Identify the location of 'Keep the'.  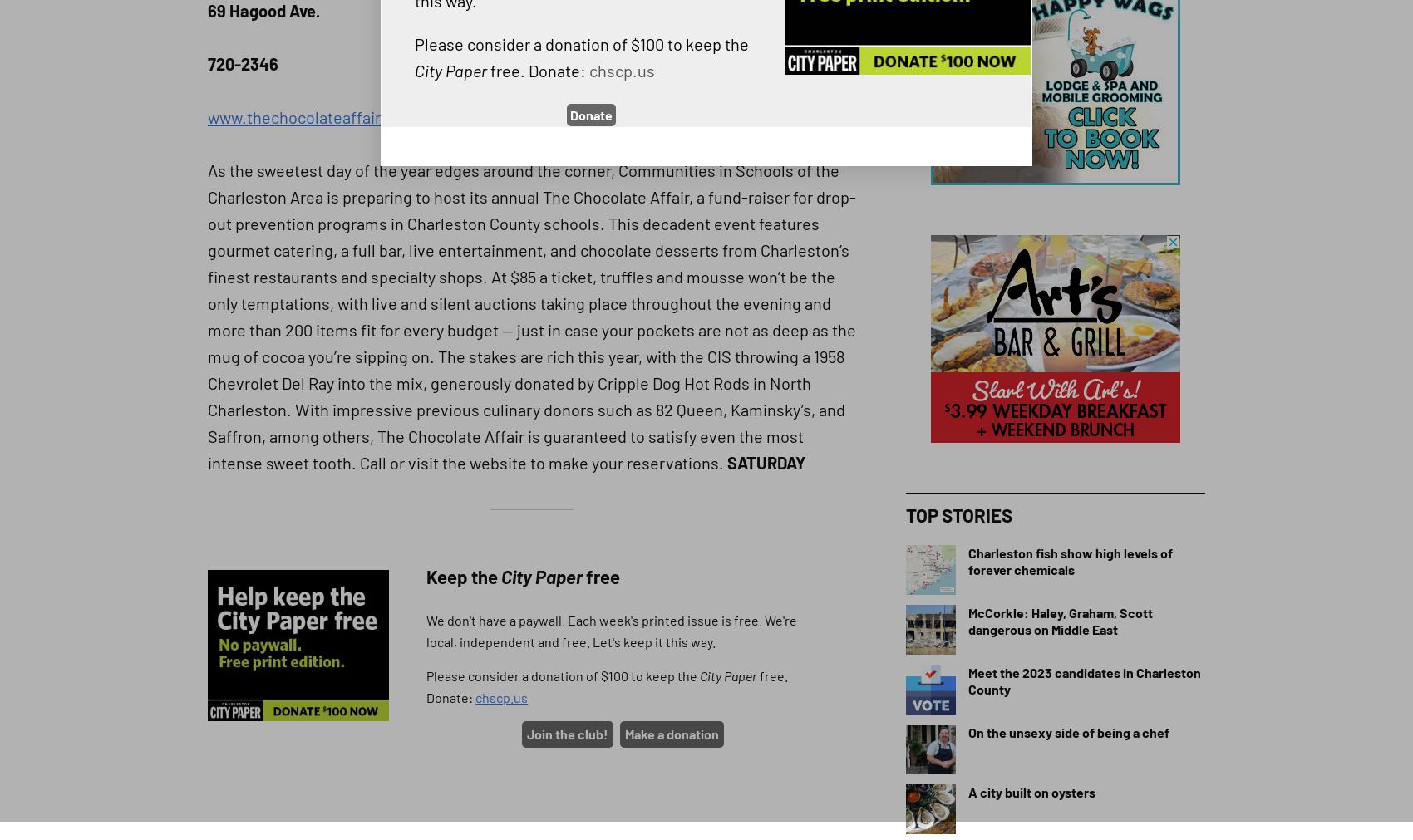
(462, 575).